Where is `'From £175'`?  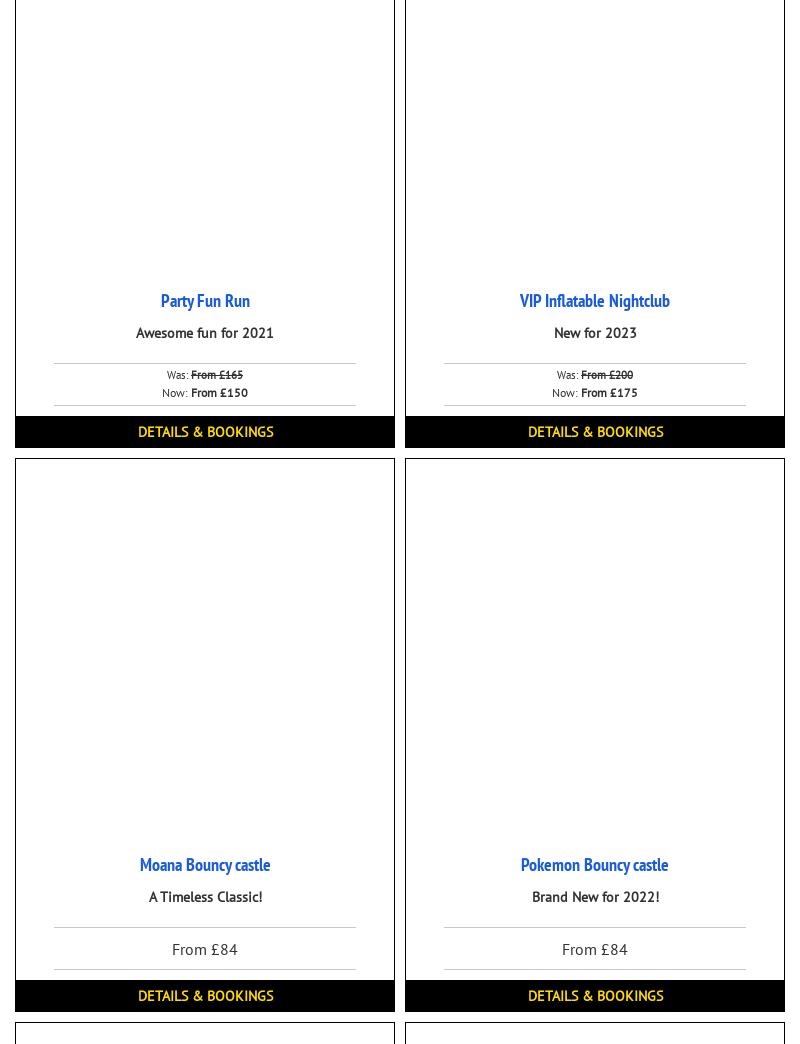
'From £175' is located at coordinates (609, 391).